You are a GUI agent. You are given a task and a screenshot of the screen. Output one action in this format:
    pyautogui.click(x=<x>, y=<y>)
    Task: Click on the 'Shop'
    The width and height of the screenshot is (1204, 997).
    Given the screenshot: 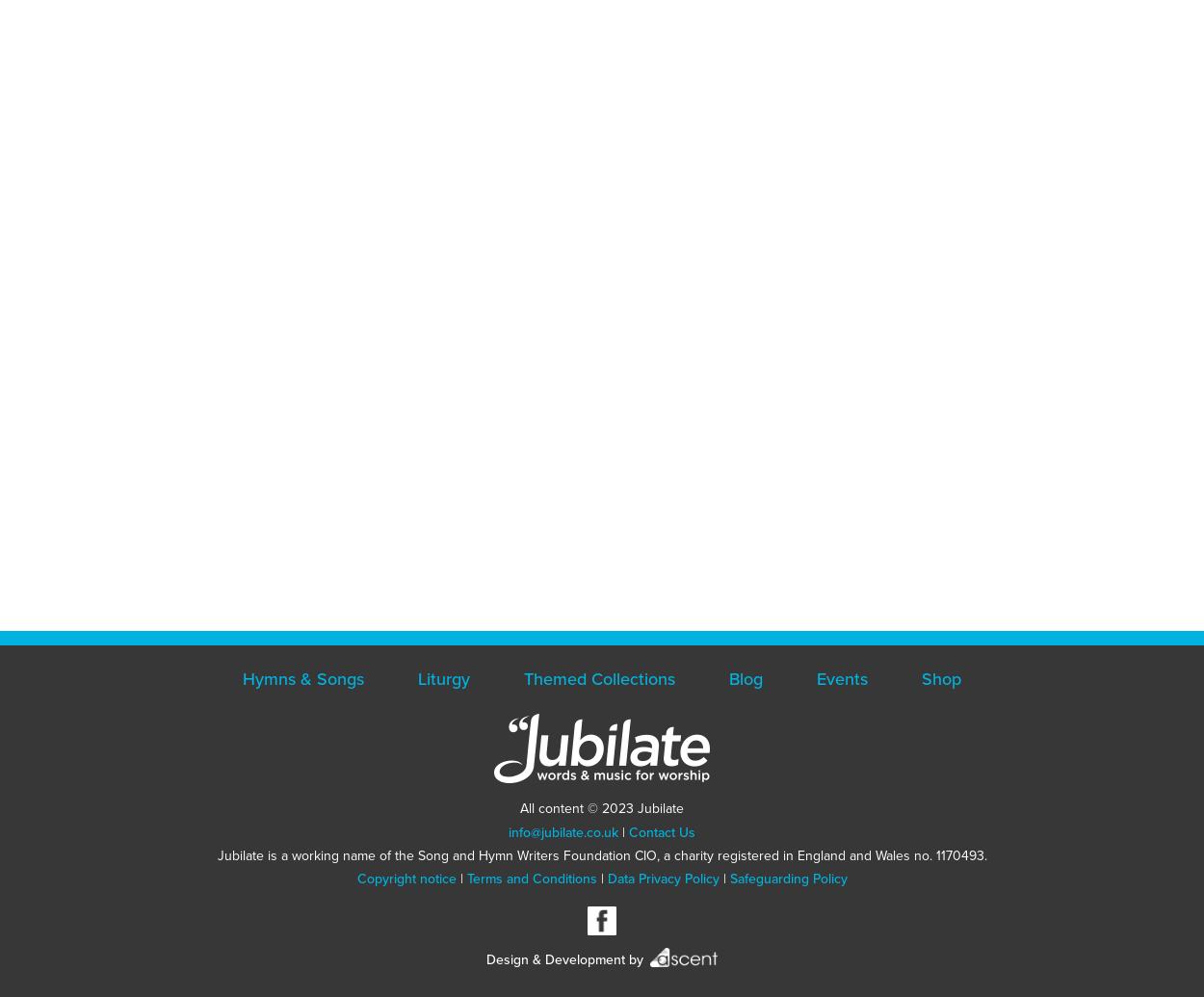 What is the action you would take?
    pyautogui.click(x=920, y=678)
    